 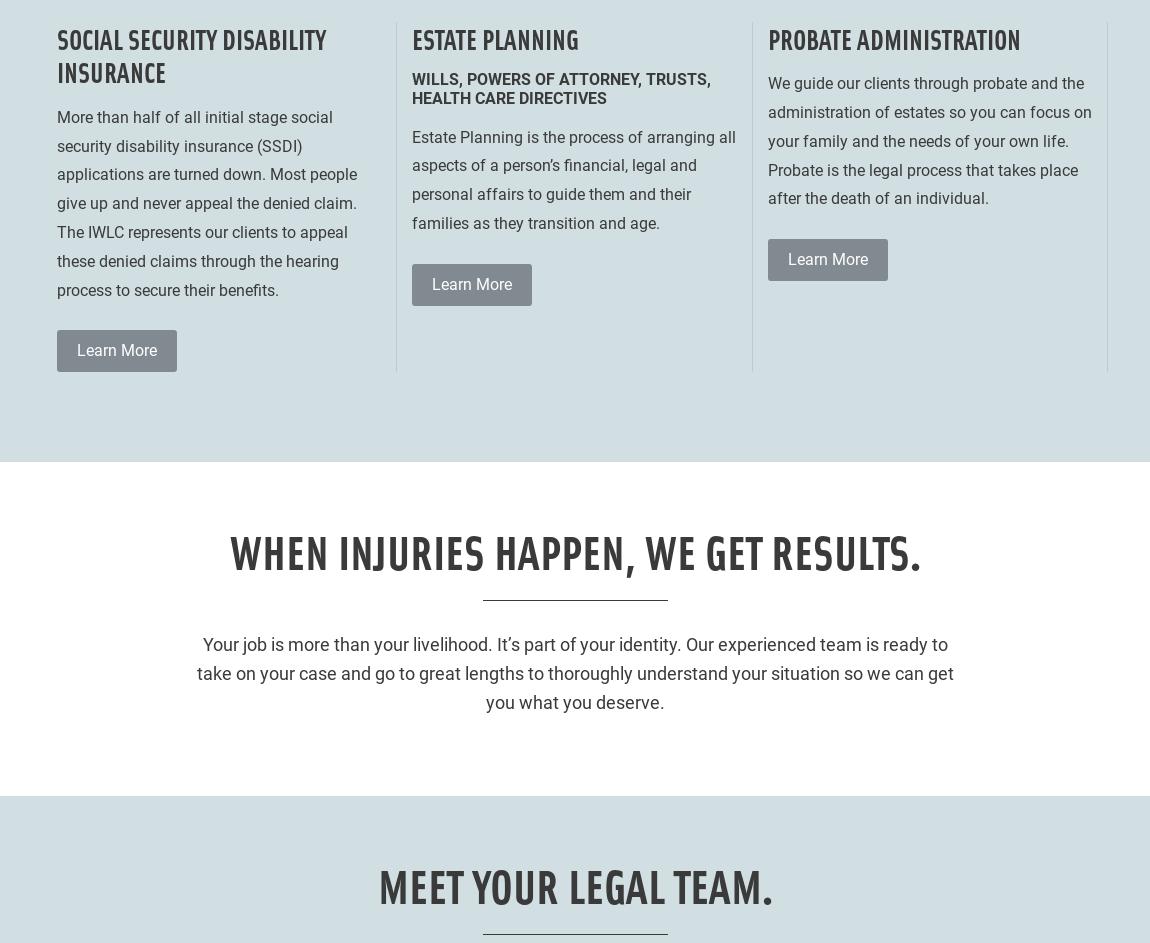 I want to click on 'Your job is more than your livelihood. It’s part of your identity. Our experienced team is ready to take on your case and go to great lengths to thoroughly understand your situation so we can get you what you deserve.', so click(x=574, y=673).